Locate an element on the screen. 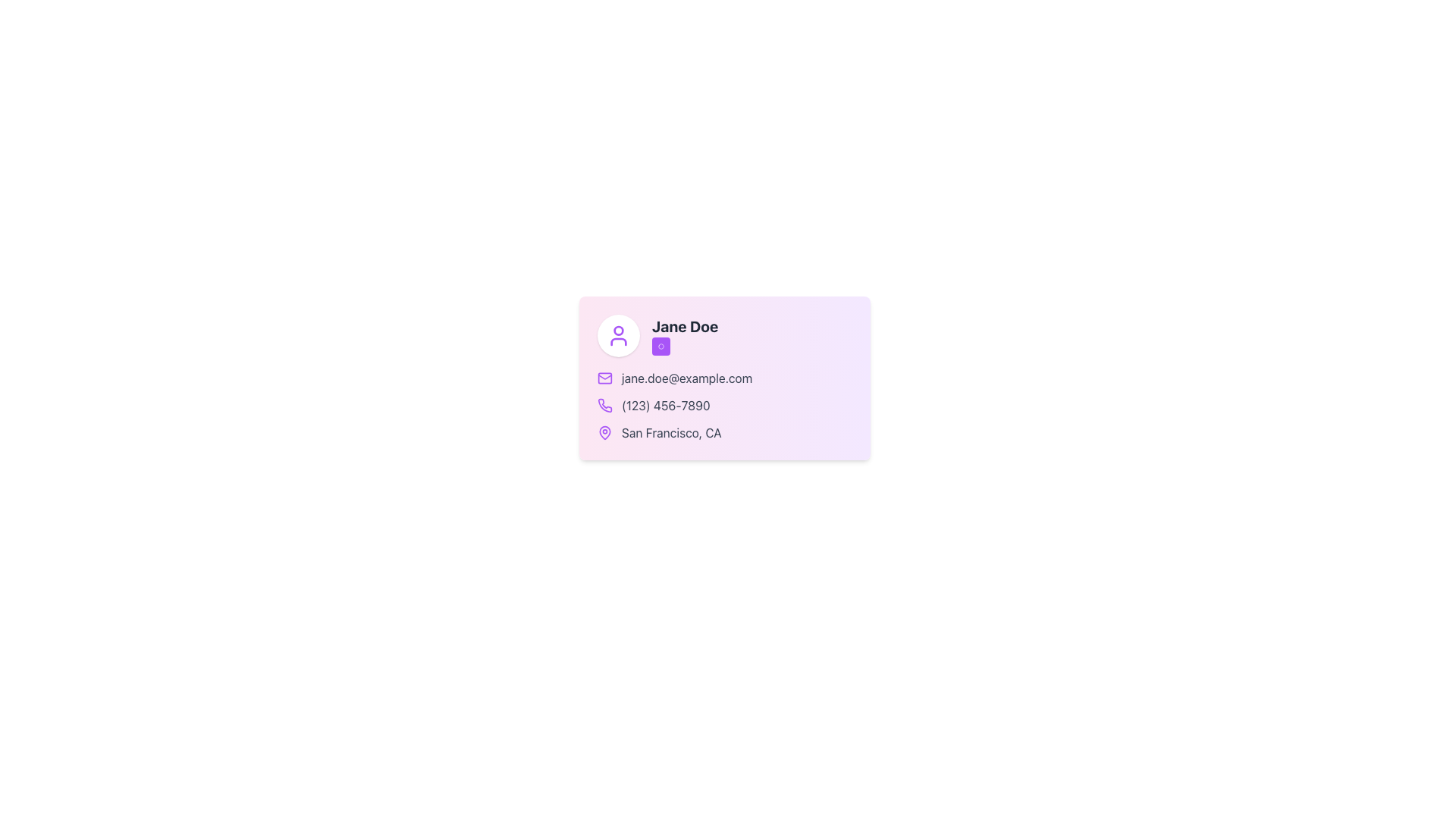 This screenshot has width=1456, height=819. the purple phone icon located next to the phone number '(123) 456-7890' within the user contact card is located at coordinates (604, 404).